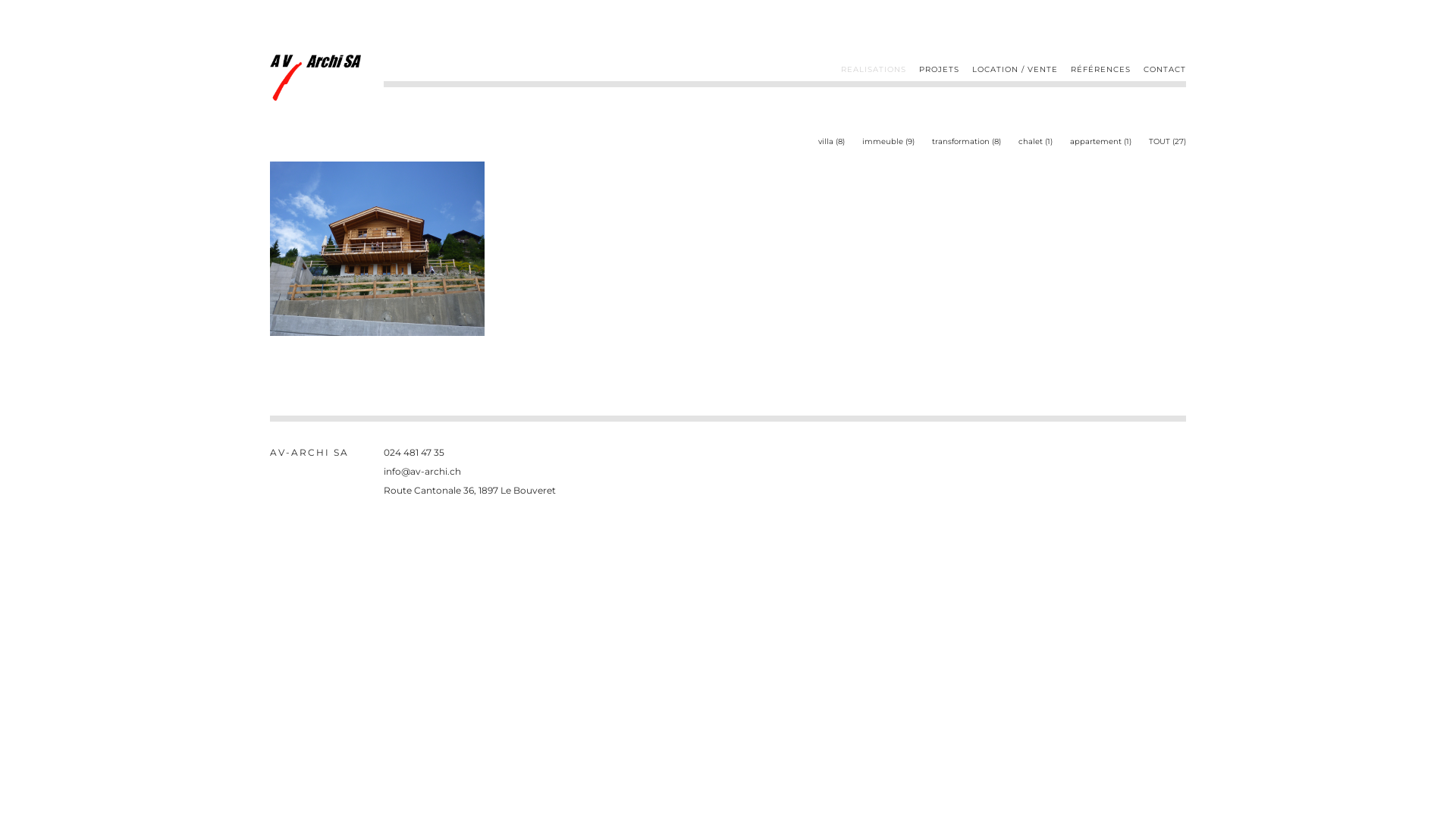 The width and height of the screenshot is (1456, 819). Describe the element at coordinates (965, 141) in the screenshot. I see `'transformation (8)'` at that location.